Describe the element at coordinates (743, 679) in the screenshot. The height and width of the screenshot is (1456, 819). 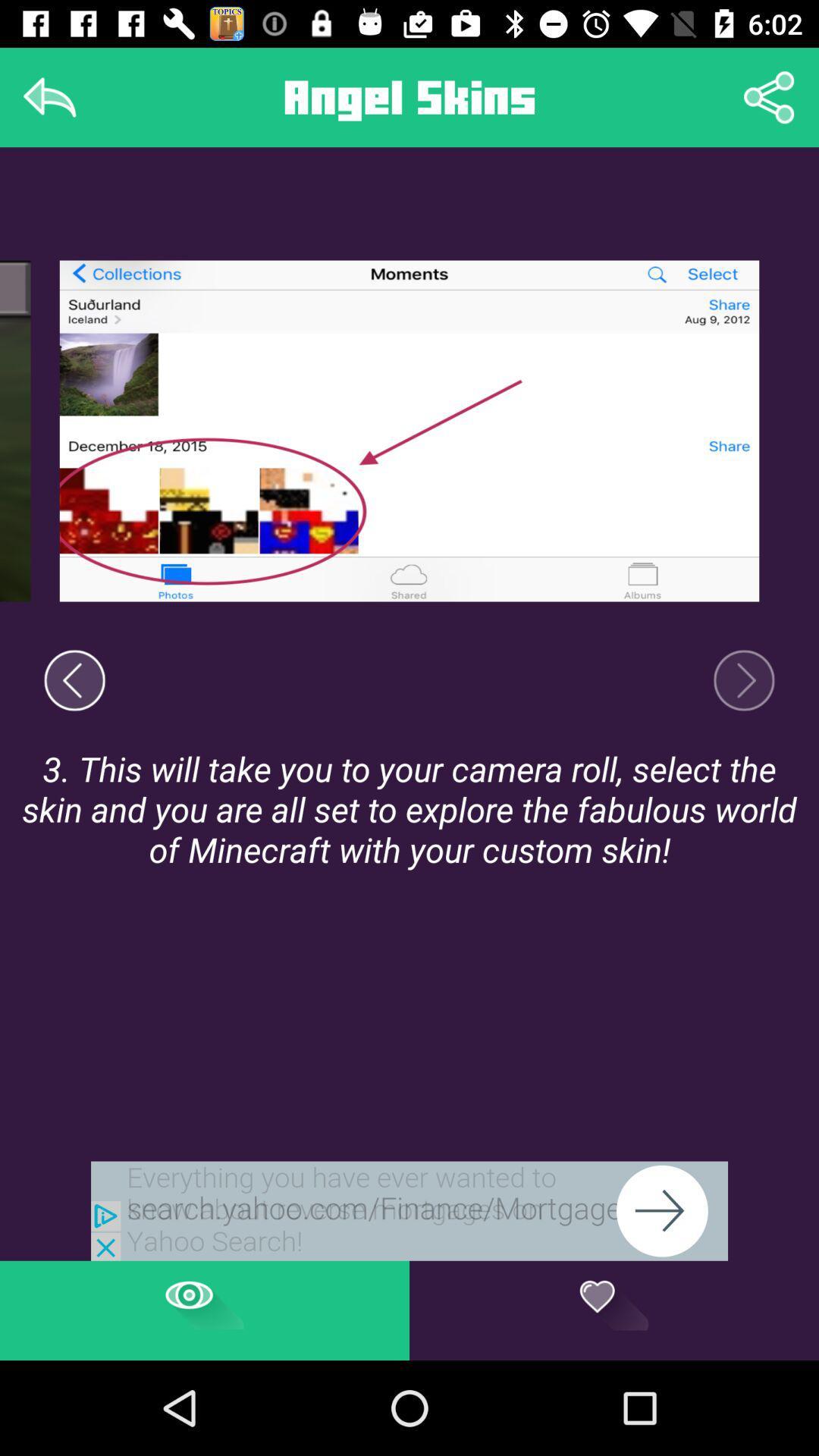
I see `the arrow_forward icon` at that location.